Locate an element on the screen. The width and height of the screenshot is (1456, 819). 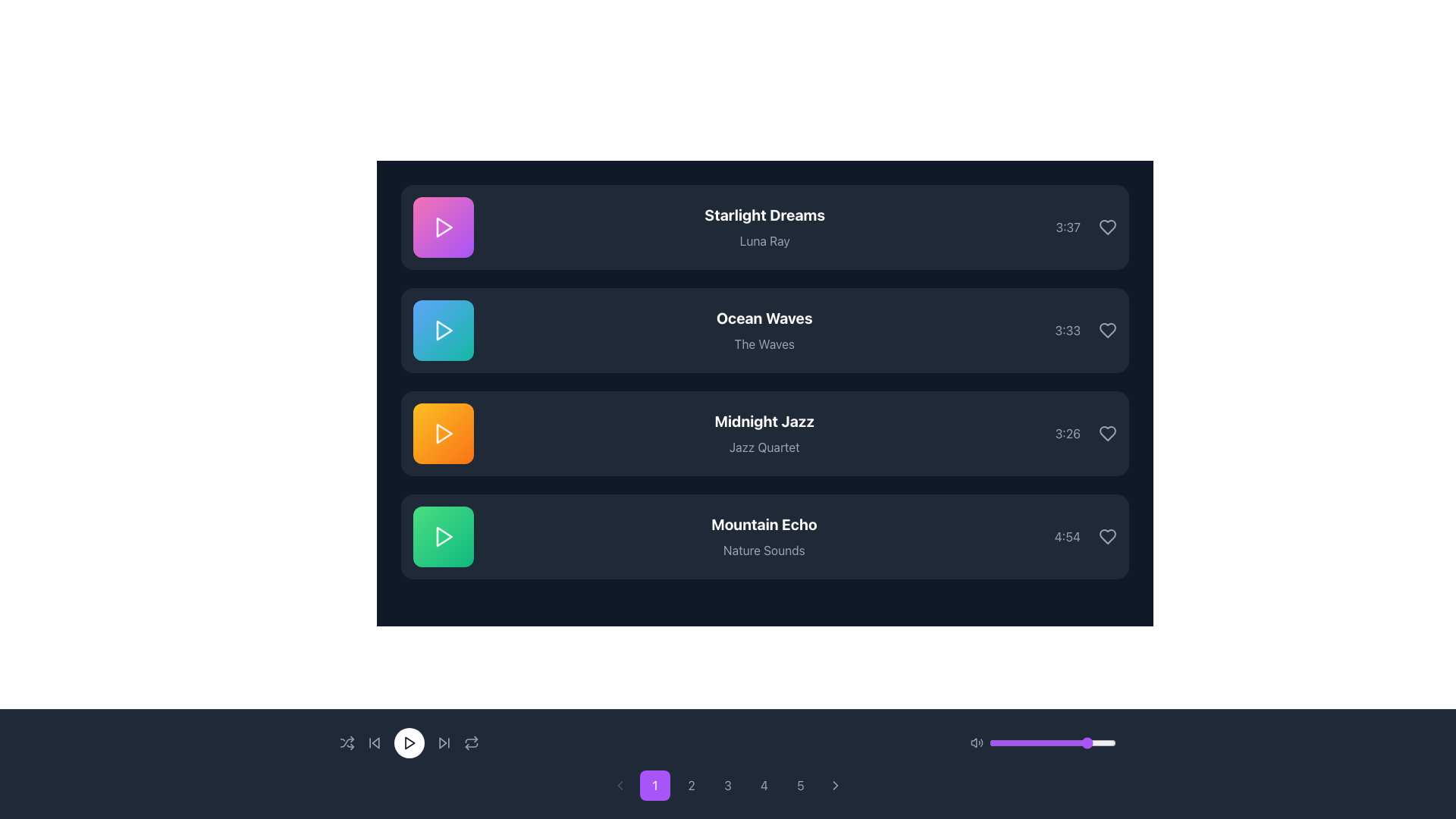
the rounded square button with a gradient background and a white play icon, located in the bottom-most row of the list, to navigate via keyboard is located at coordinates (443, 536).